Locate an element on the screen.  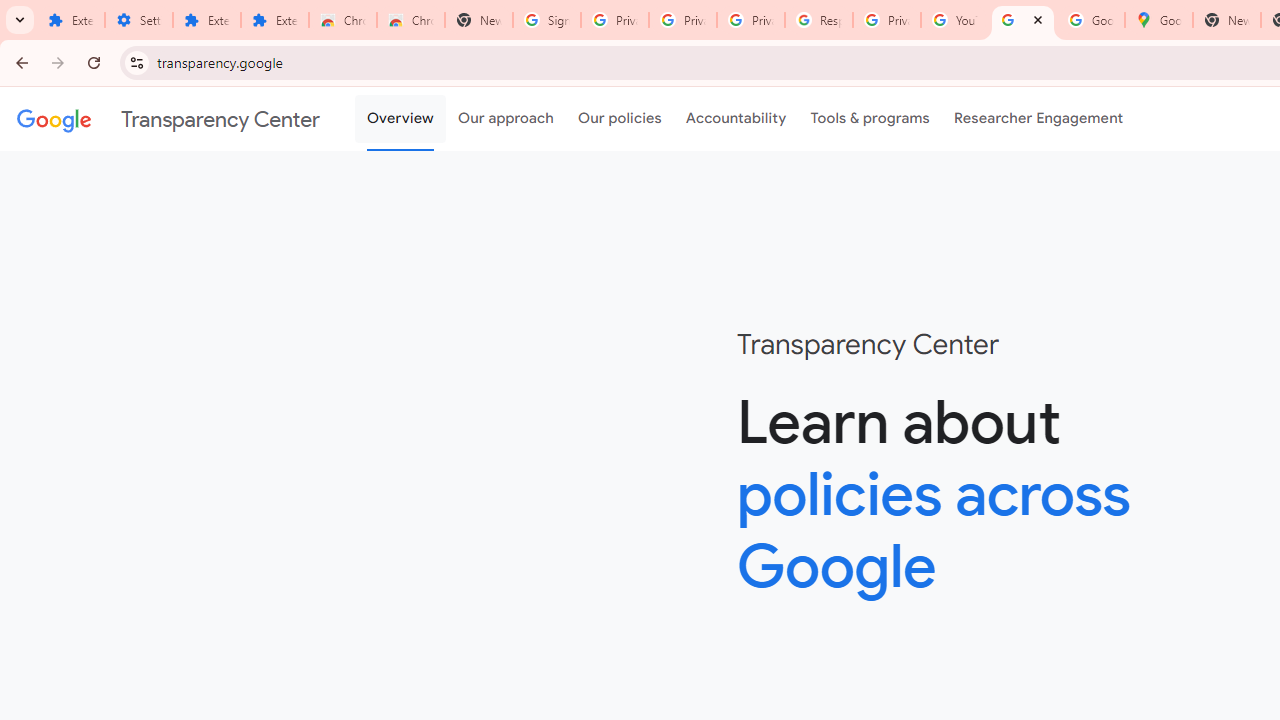
'YouTube' is located at coordinates (953, 20).